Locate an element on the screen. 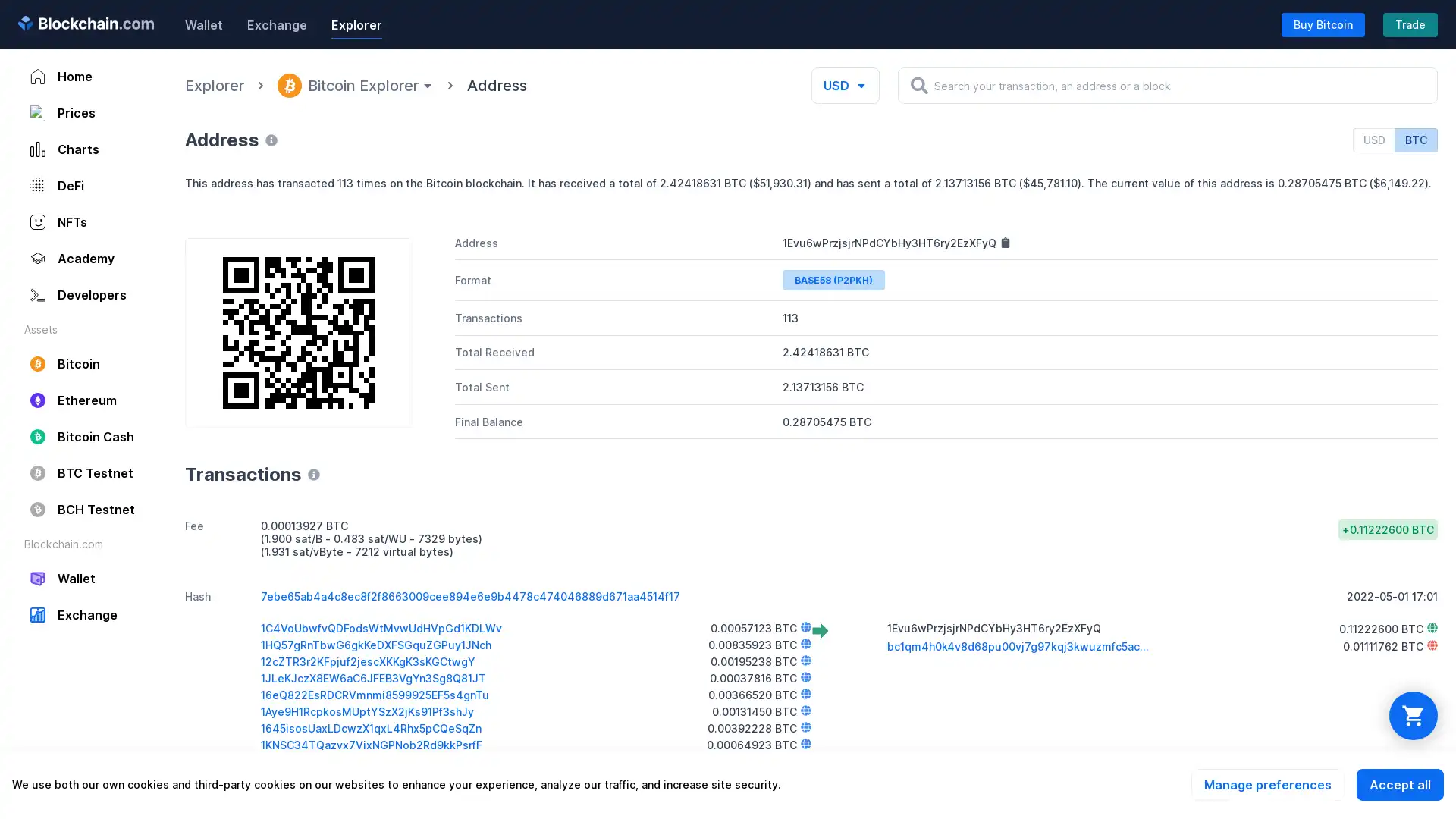 This screenshot has width=1456, height=819. alternating coins is located at coordinates (1412, 716).